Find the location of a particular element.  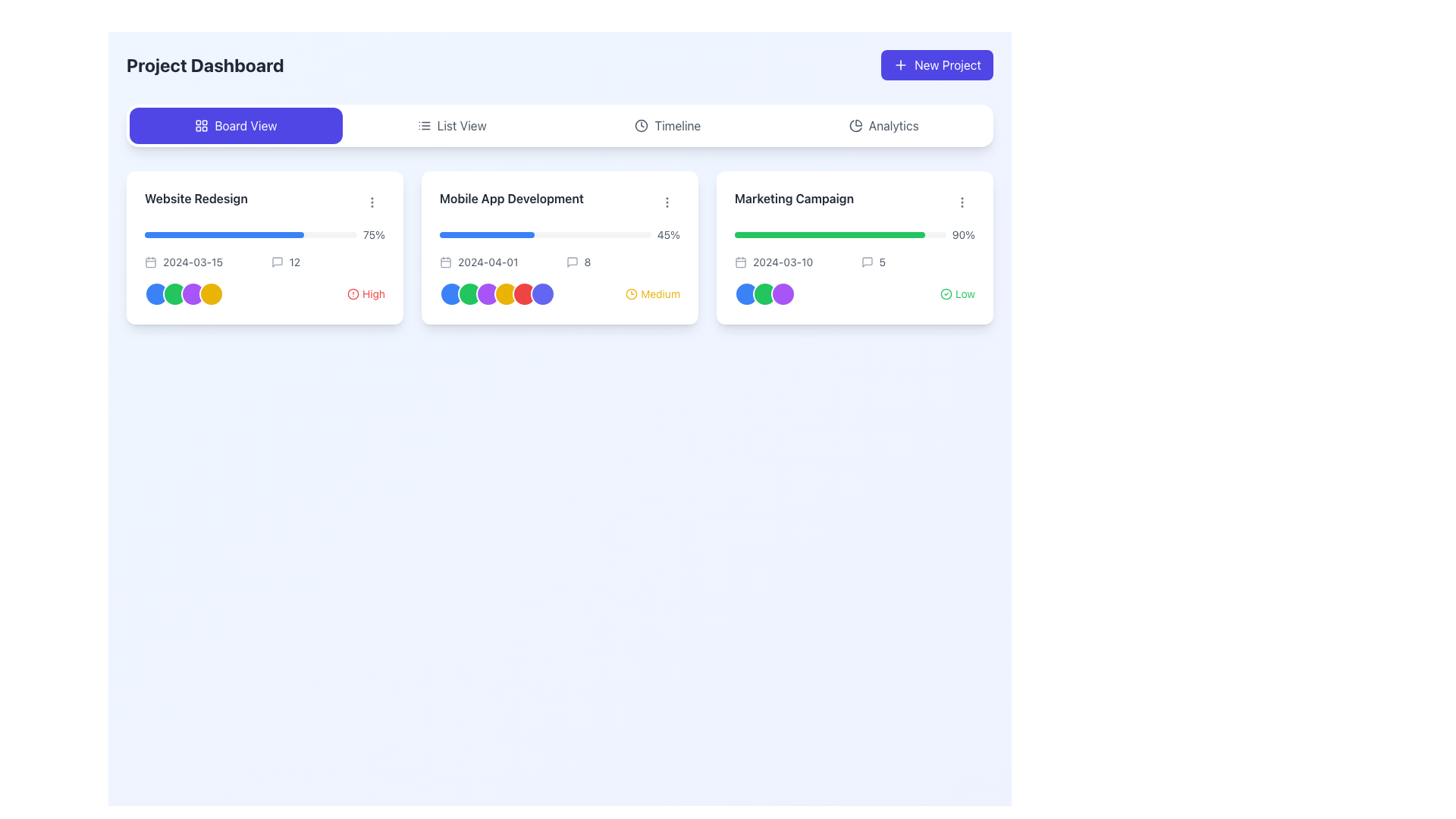

the Label displaying 'Low' in green color next to a green circular icon with a check mark, located under the progress bar in the rightmost card of the dashboard is located at coordinates (956, 294).